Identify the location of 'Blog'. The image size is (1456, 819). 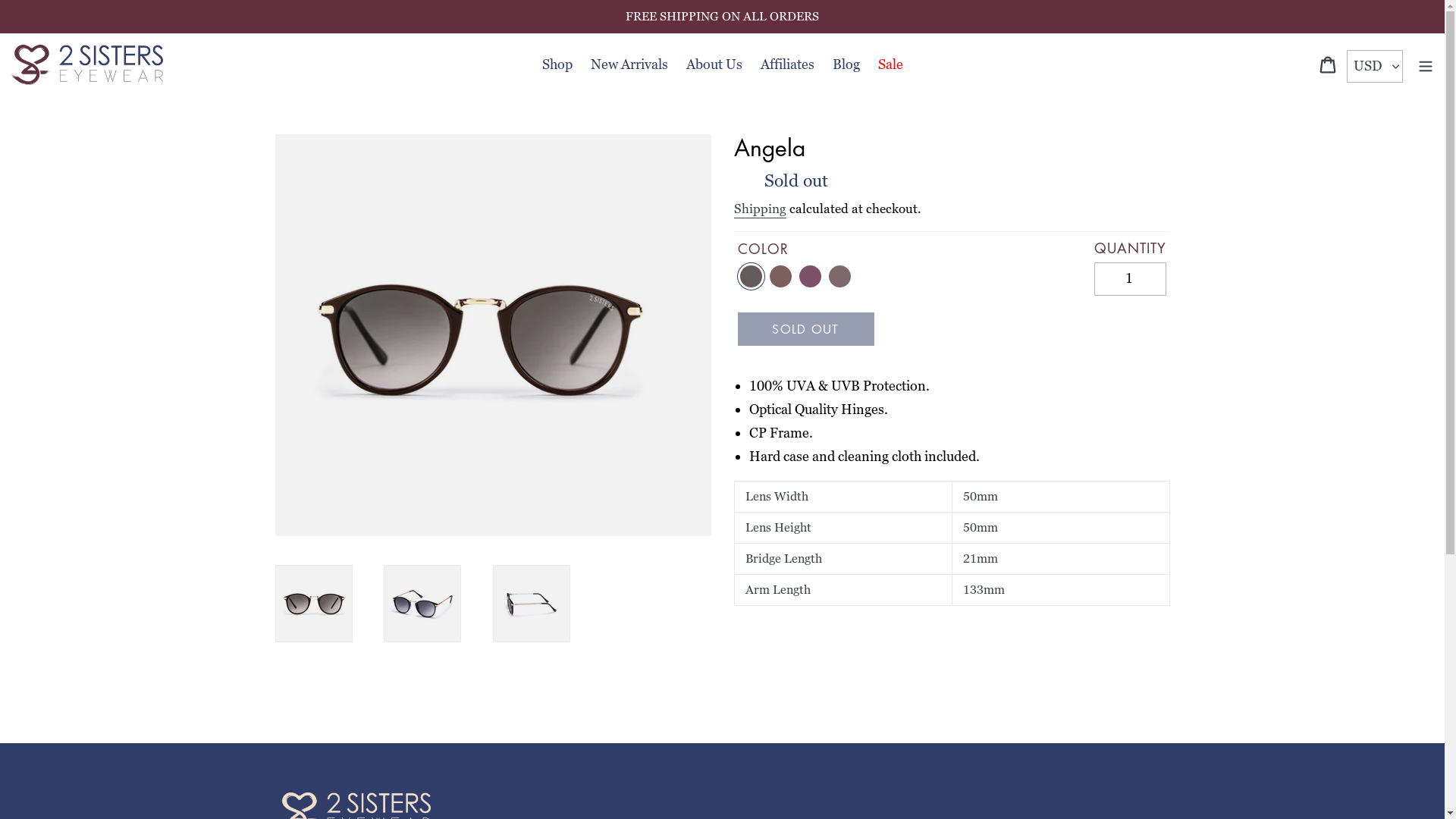
(846, 64).